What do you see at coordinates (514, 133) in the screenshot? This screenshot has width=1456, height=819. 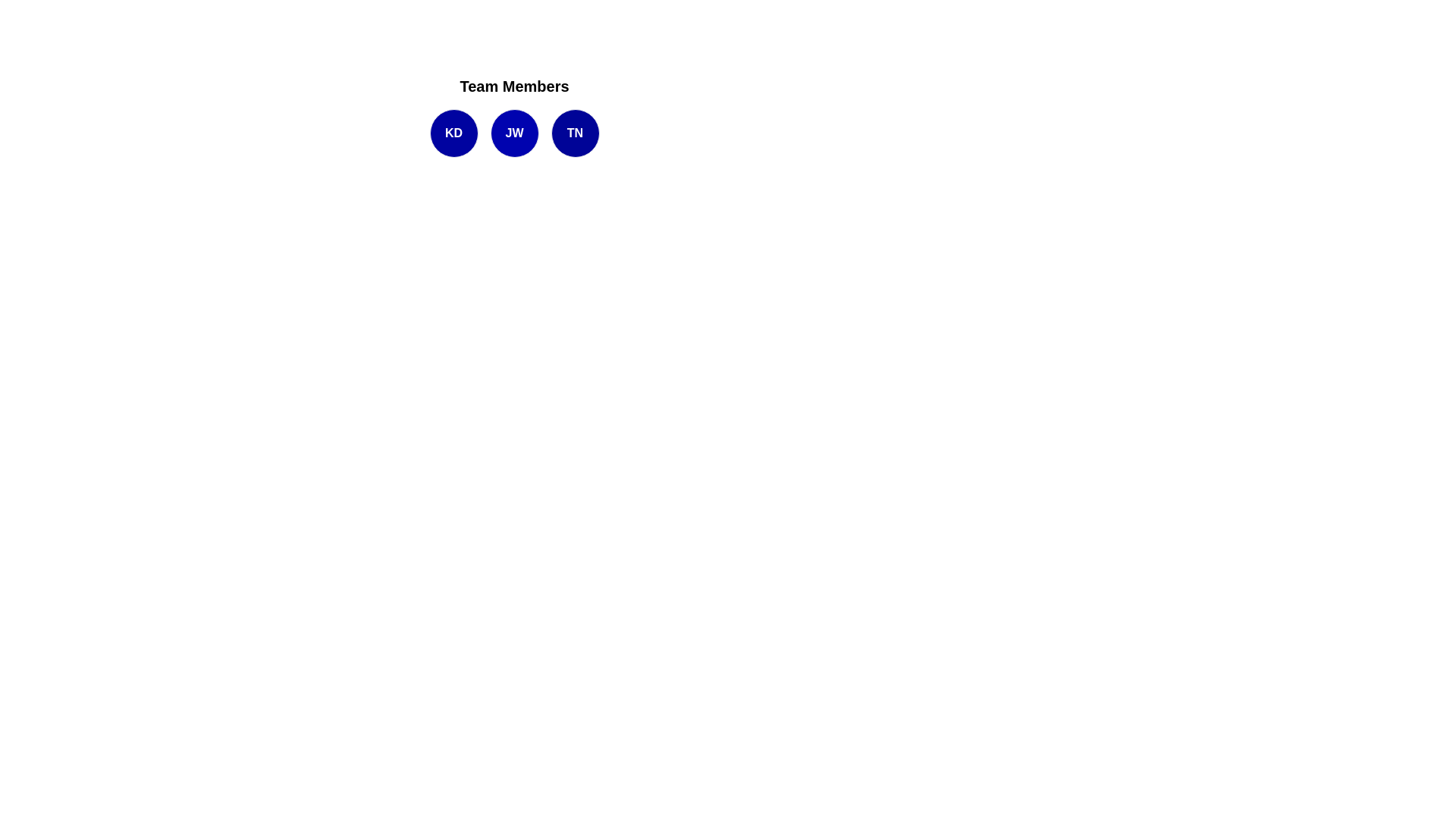 I see `the central text displaying 'JW' in bold white font, which is located in the second blue circular icon beneath the 'Team Members' header` at bounding box center [514, 133].